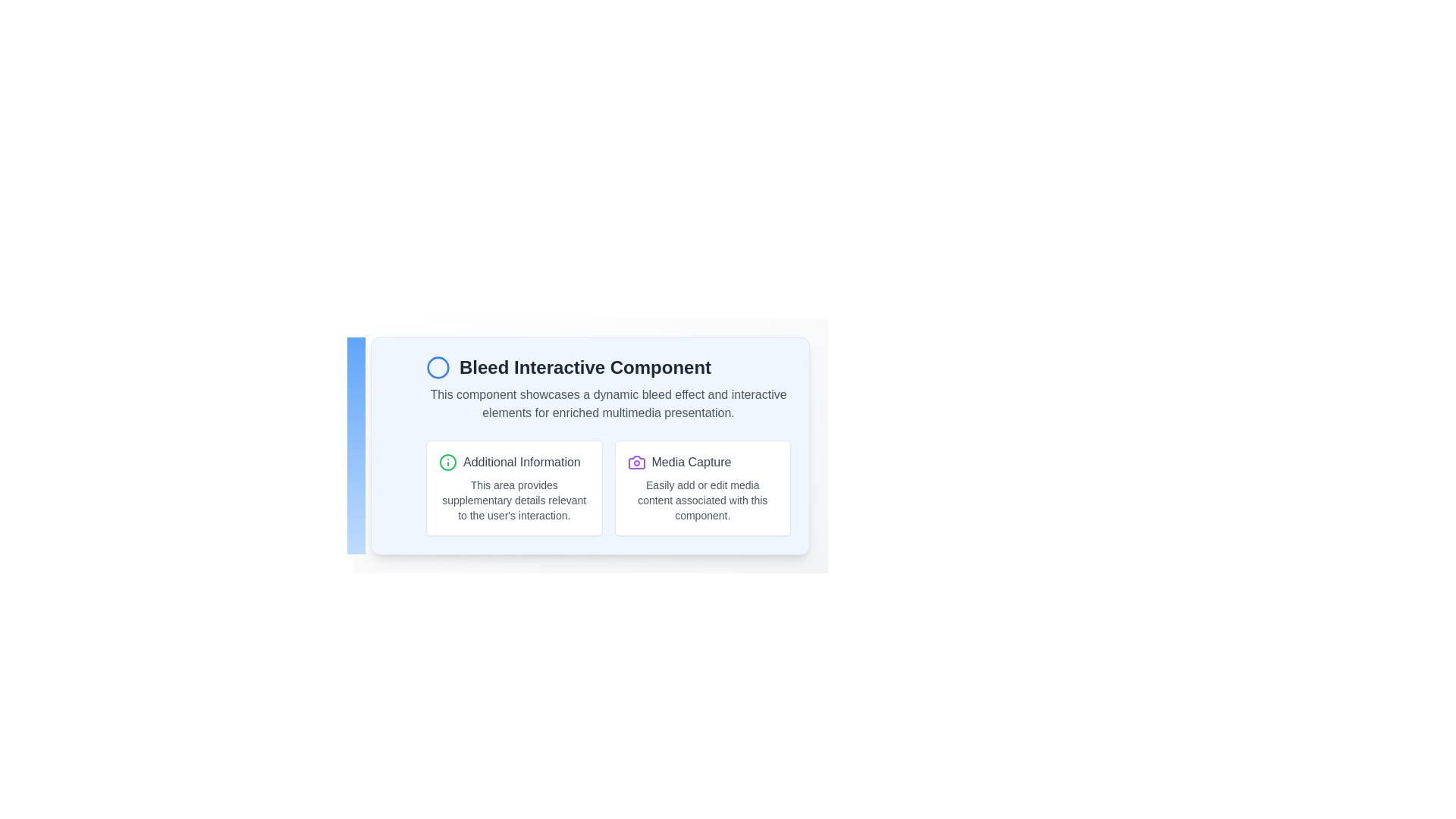  Describe the element at coordinates (701, 461) in the screenshot. I see `the displayed information on the informational label with an icon located on the right side under the header 'Bleed Interactive Component'` at that location.